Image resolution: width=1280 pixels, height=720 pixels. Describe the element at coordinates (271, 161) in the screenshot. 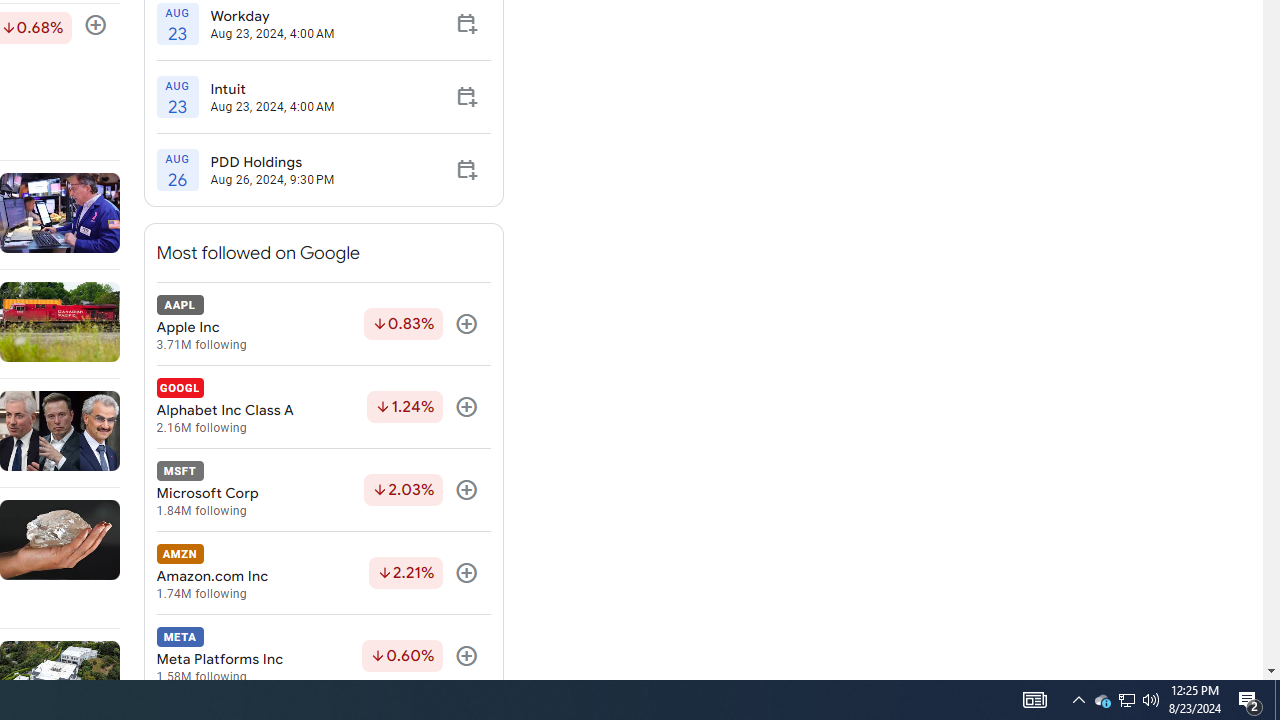

I see `'PDD Holdings'` at that location.